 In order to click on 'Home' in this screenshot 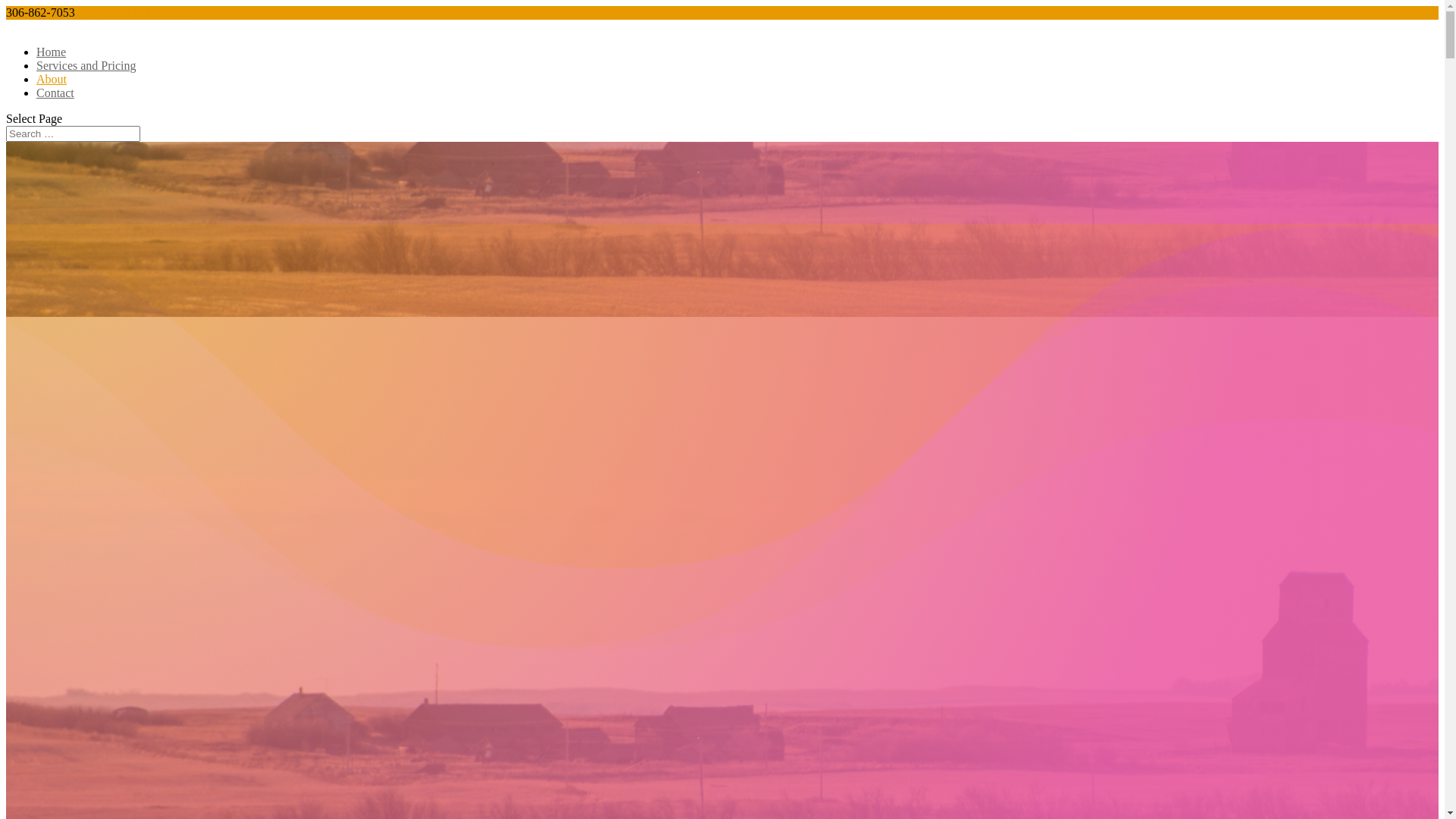, I will do `click(51, 51)`.